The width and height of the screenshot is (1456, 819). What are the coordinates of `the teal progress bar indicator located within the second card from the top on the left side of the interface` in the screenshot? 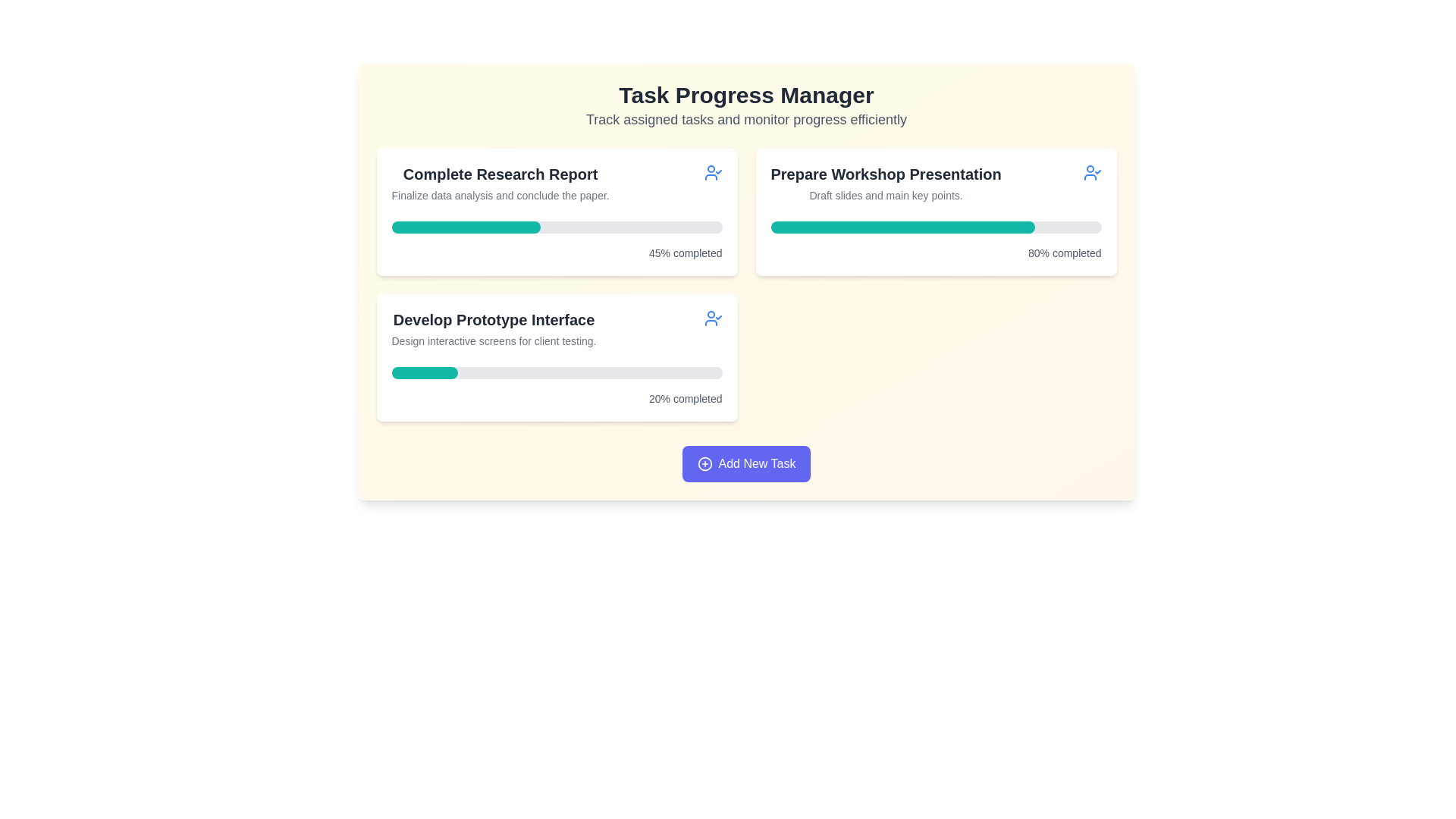 It's located at (425, 373).